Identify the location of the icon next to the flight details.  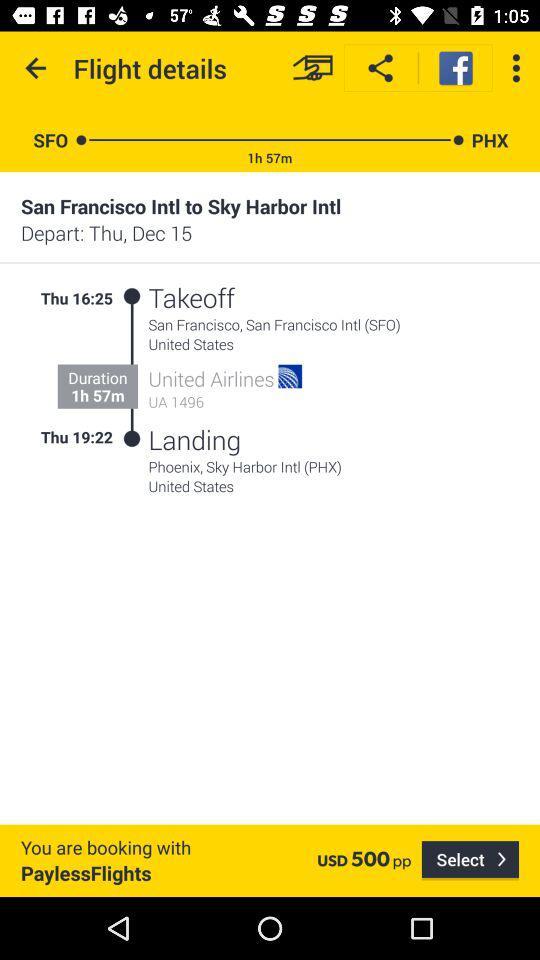
(36, 68).